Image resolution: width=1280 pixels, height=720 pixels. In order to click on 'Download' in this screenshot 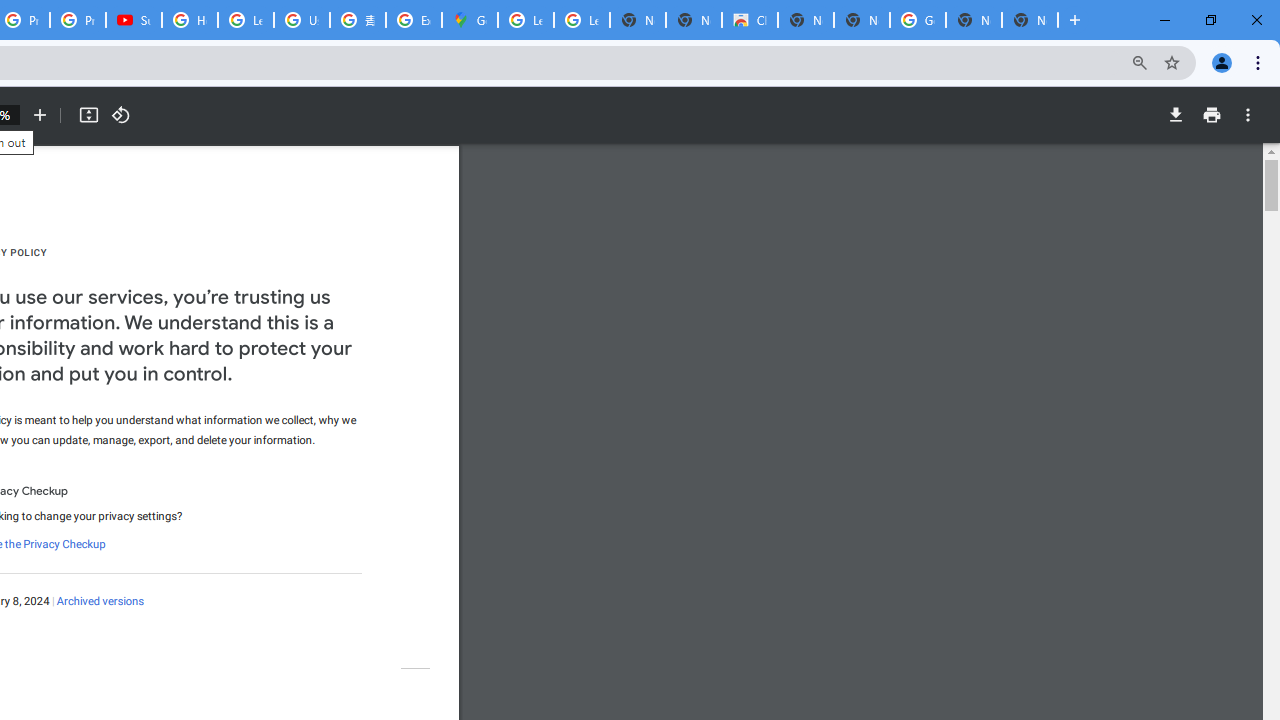, I will do `click(1175, 115)`.